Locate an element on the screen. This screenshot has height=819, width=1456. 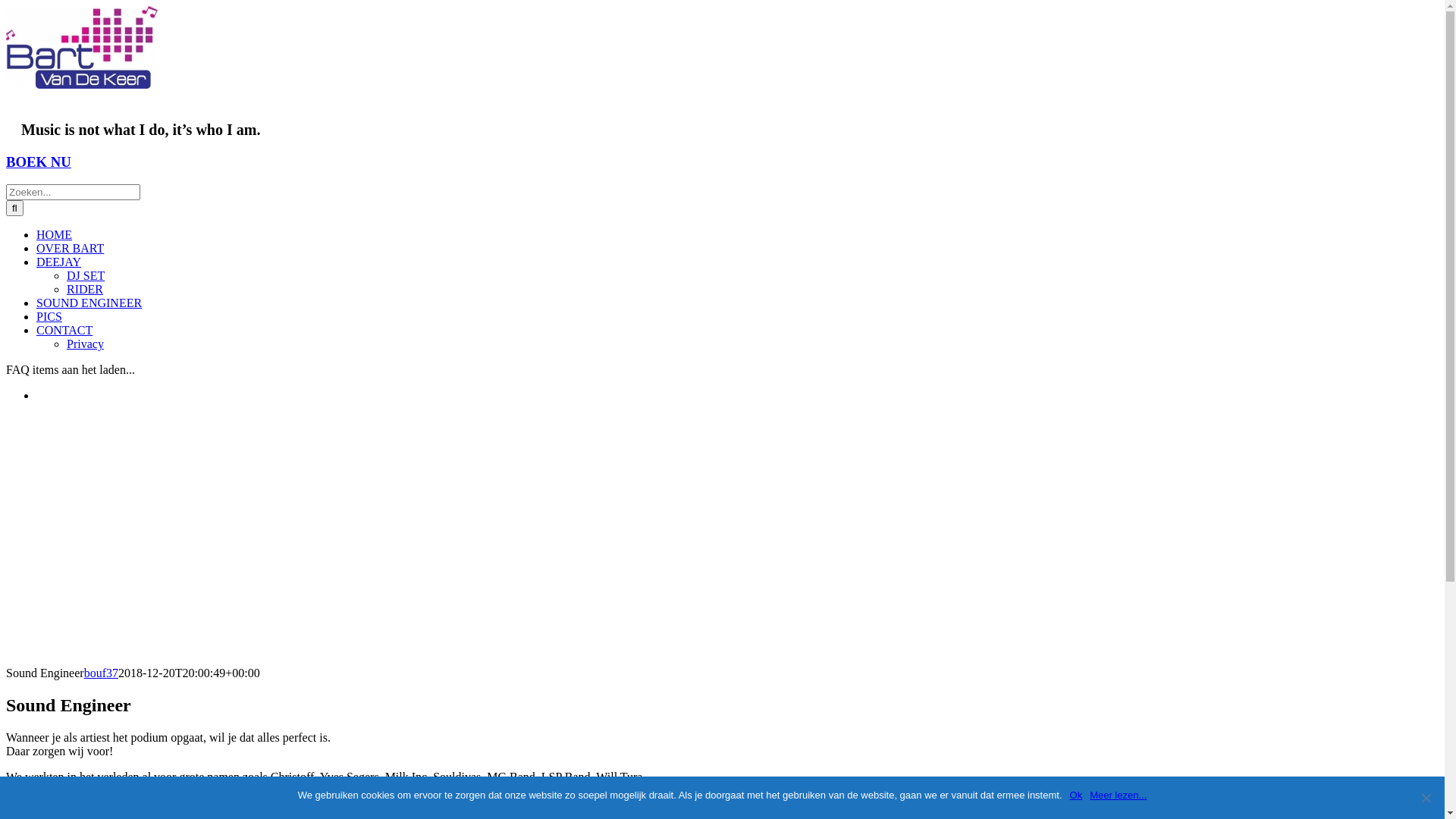
'OVER BART' is located at coordinates (69, 247).